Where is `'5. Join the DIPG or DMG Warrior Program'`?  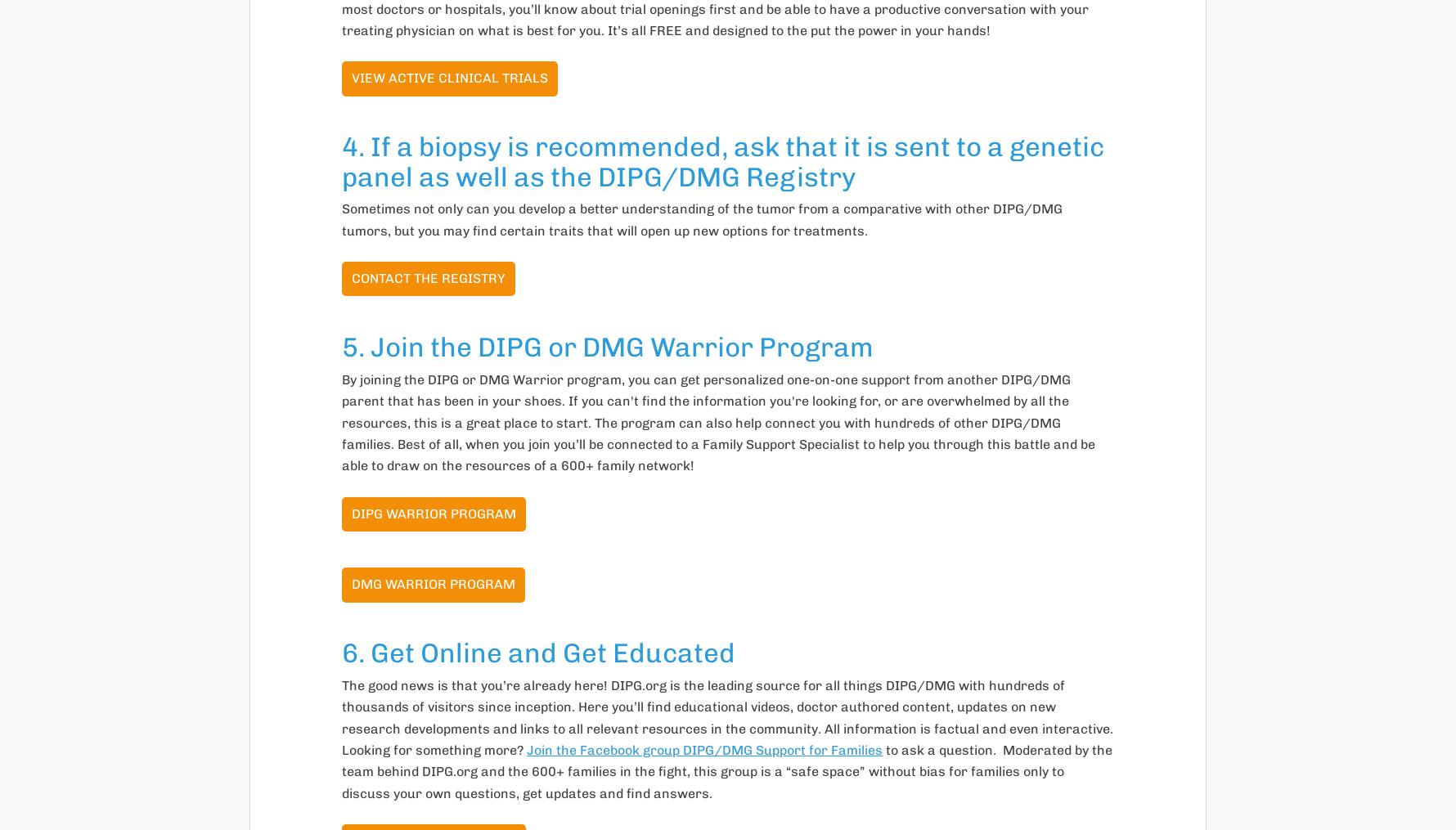 '5. Join the DIPG or DMG Warrior Program' is located at coordinates (607, 347).